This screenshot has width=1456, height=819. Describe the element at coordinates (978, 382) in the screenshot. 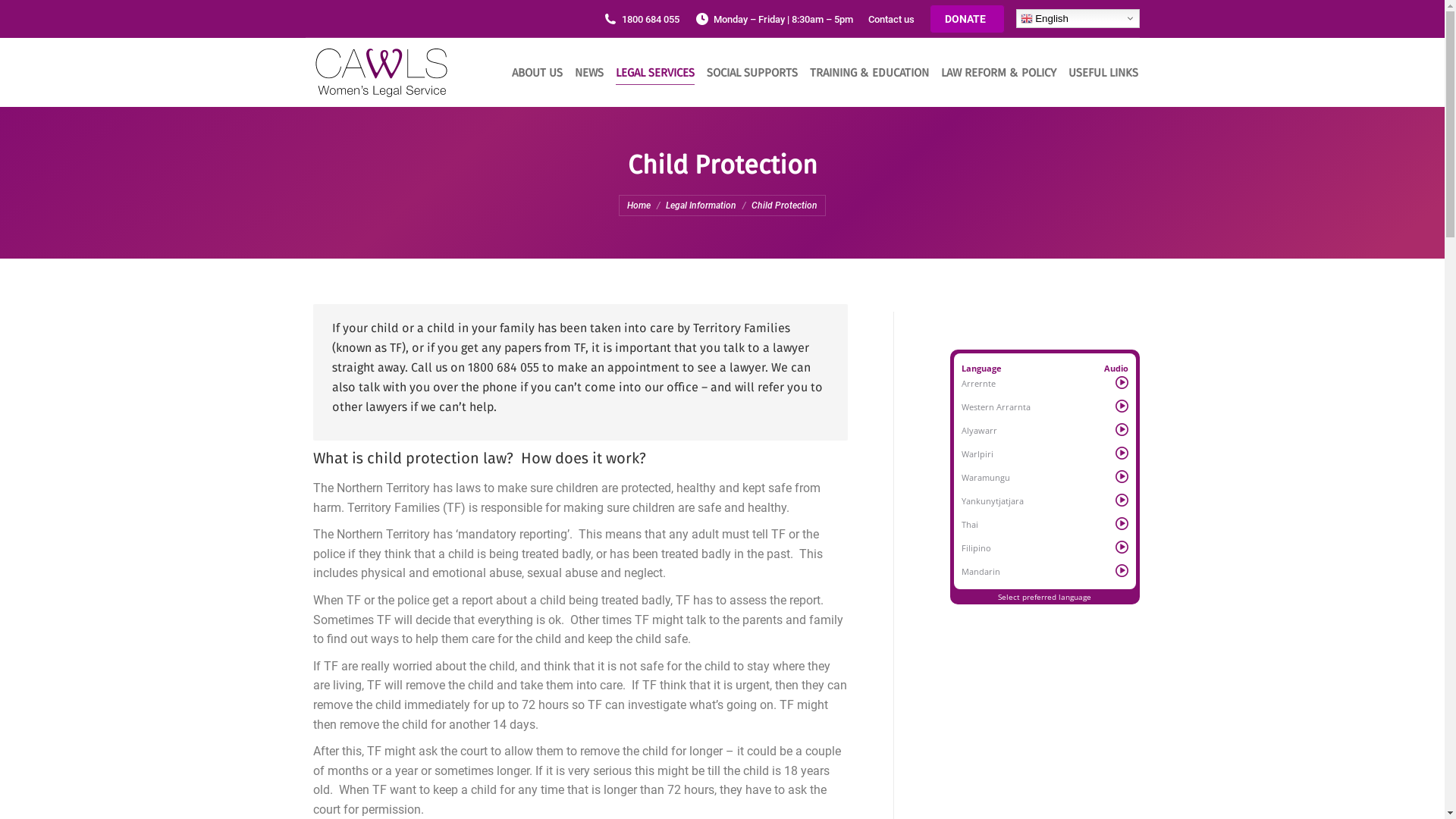

I see `'Arrernte'` at that location.